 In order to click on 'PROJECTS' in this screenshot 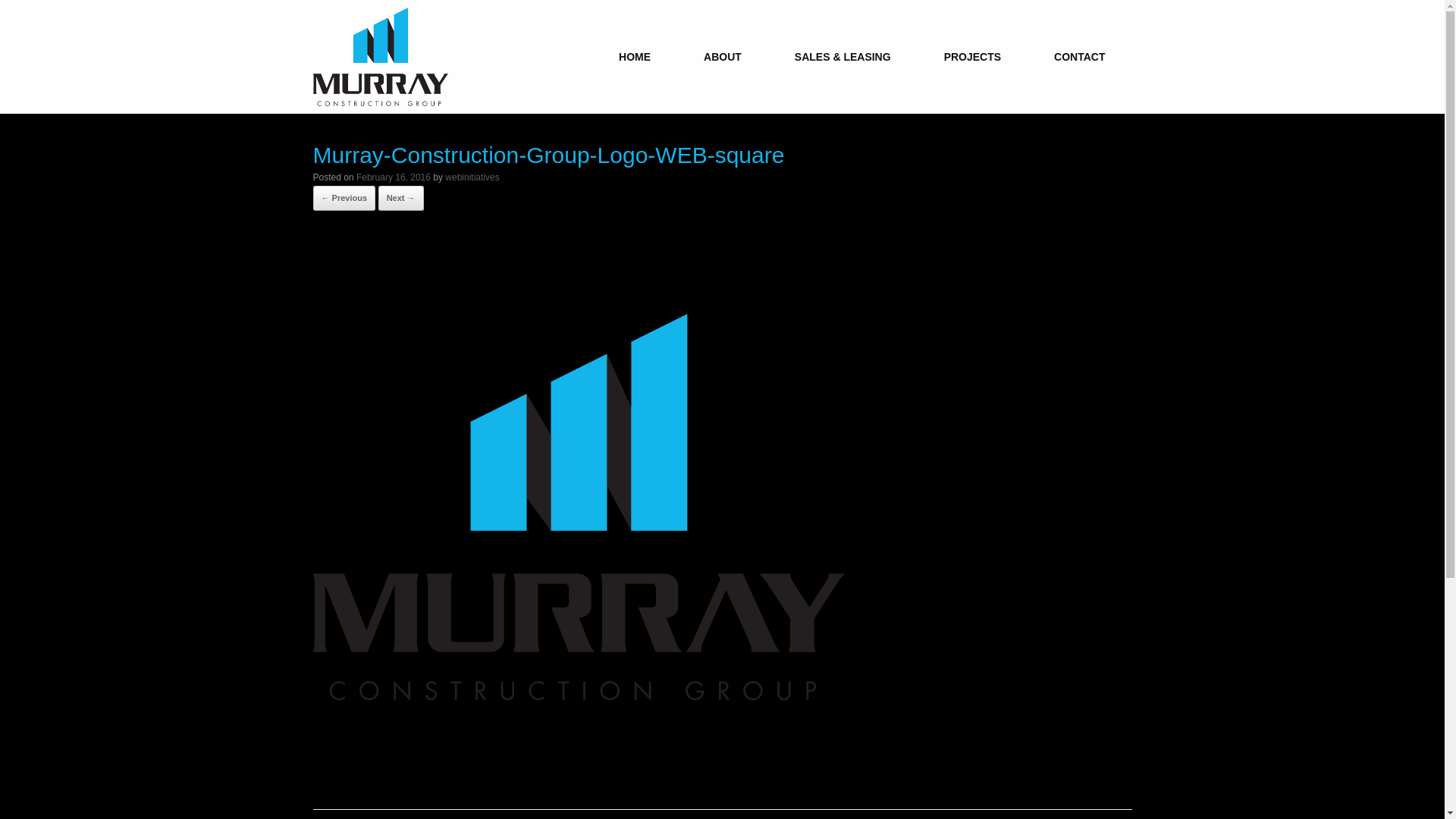, I will do `click(972, 55)`.